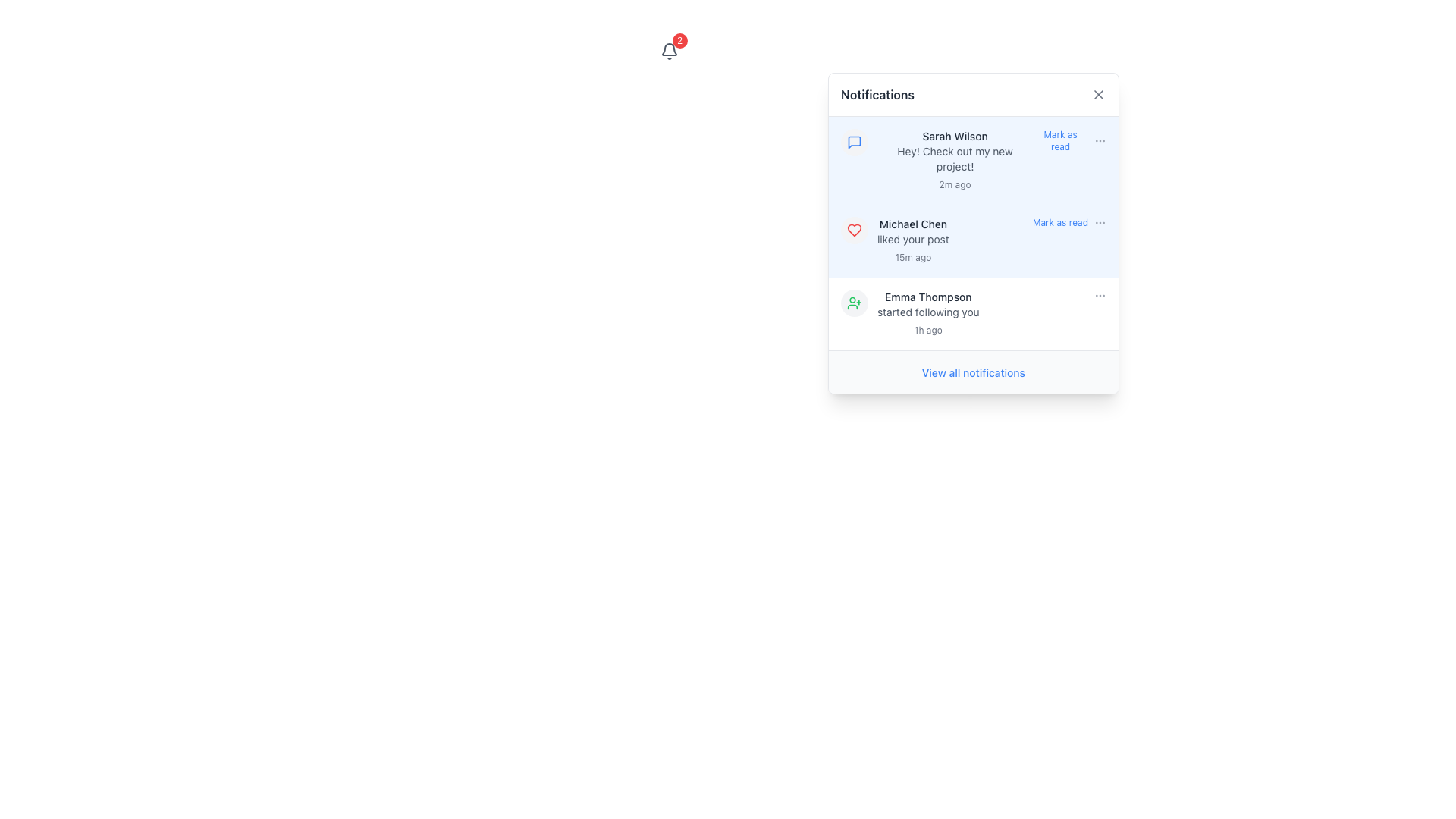 The image size is (1456, 819). What do you see at coordinates (954, 158) in the screenshot?
I see `text snippet that serves as the content of the notification, positioned below 'Sarah Wilson' and above '2m ago'` at bounding box center [954, 158].